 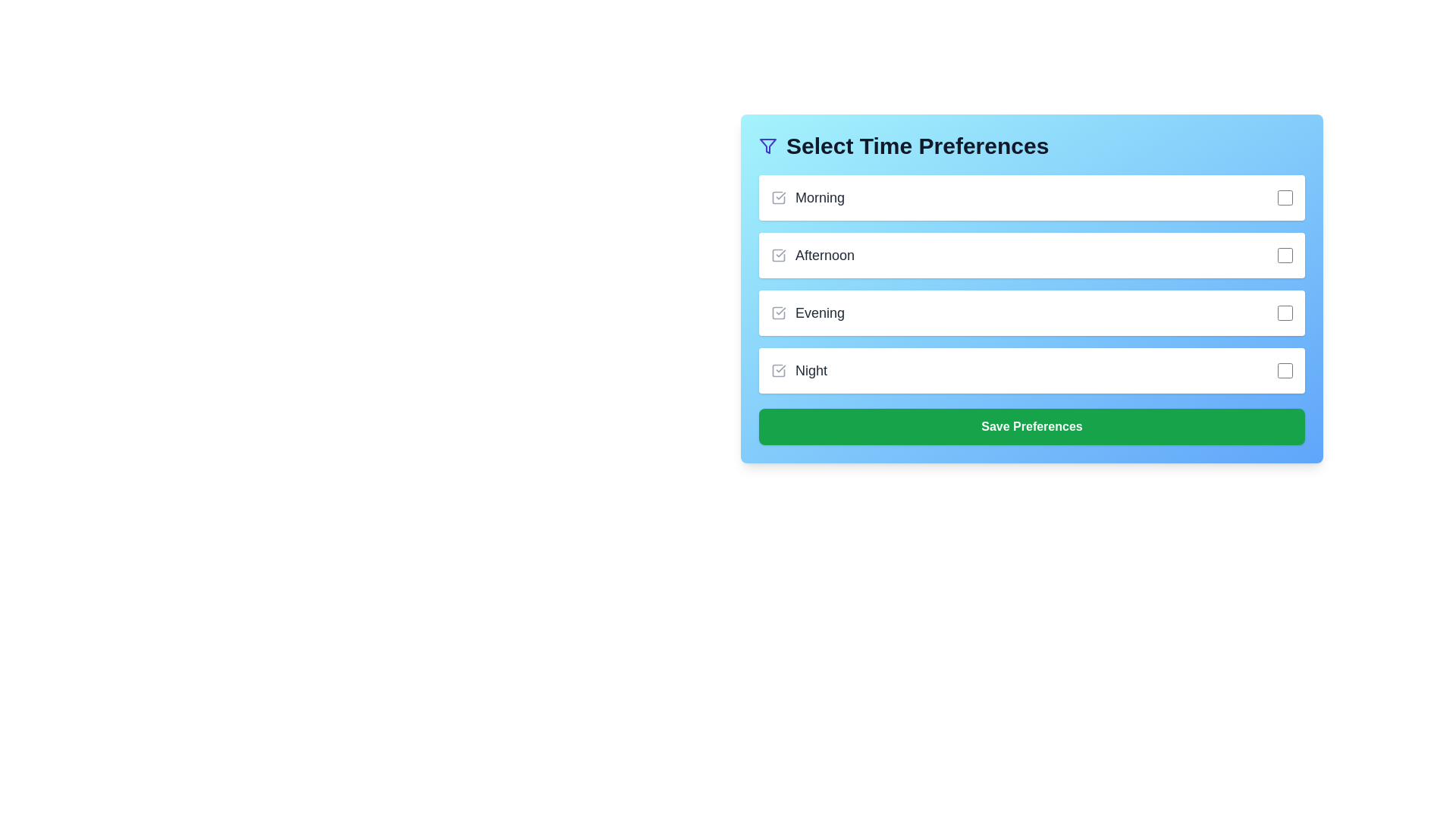 What do you see at coordinates (824, 254) in the screenshot?
I see `the text label displaying 'Afternoon', which is positioned below the 'Morning' label and above the 'Evening' label in a vertical list of time preferences` at bounding box center [824, 254].